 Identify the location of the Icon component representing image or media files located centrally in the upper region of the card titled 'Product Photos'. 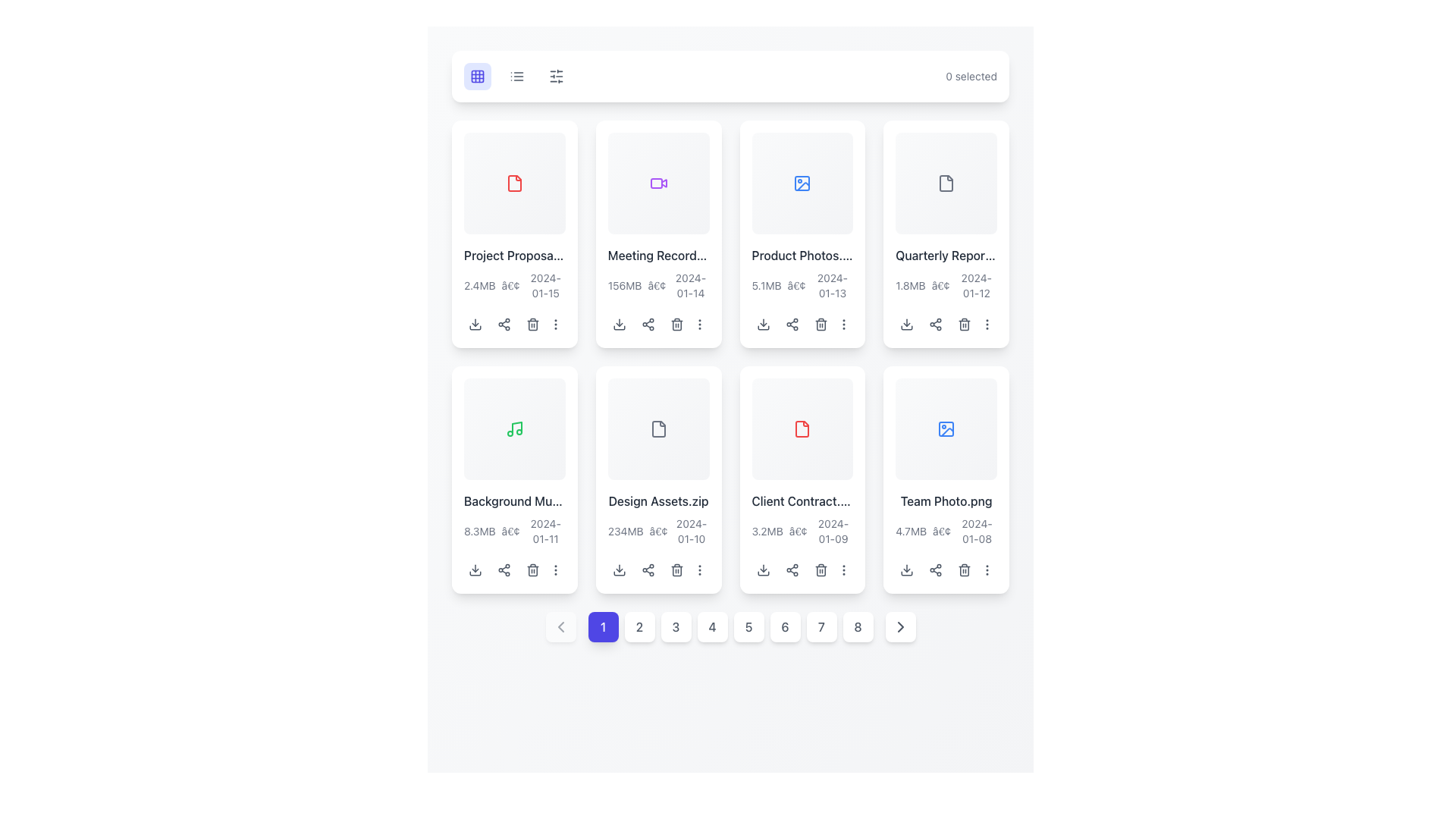
(802, 182).